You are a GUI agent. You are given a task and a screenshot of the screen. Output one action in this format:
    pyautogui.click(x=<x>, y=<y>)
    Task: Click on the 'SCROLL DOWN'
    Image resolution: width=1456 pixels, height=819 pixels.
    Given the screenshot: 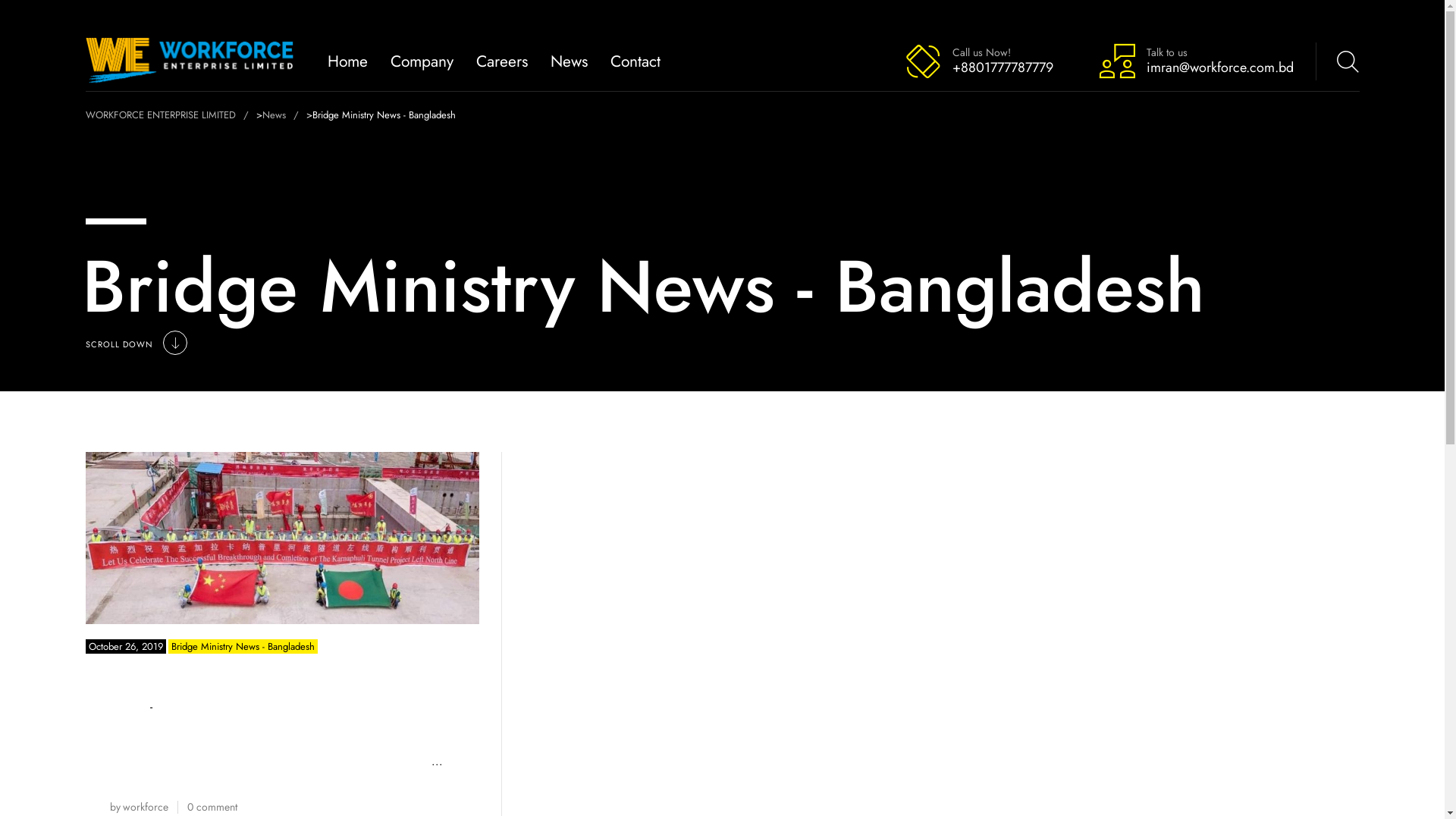 What is the action you would take?
    pyautogui.click(x=83, y=344)
    